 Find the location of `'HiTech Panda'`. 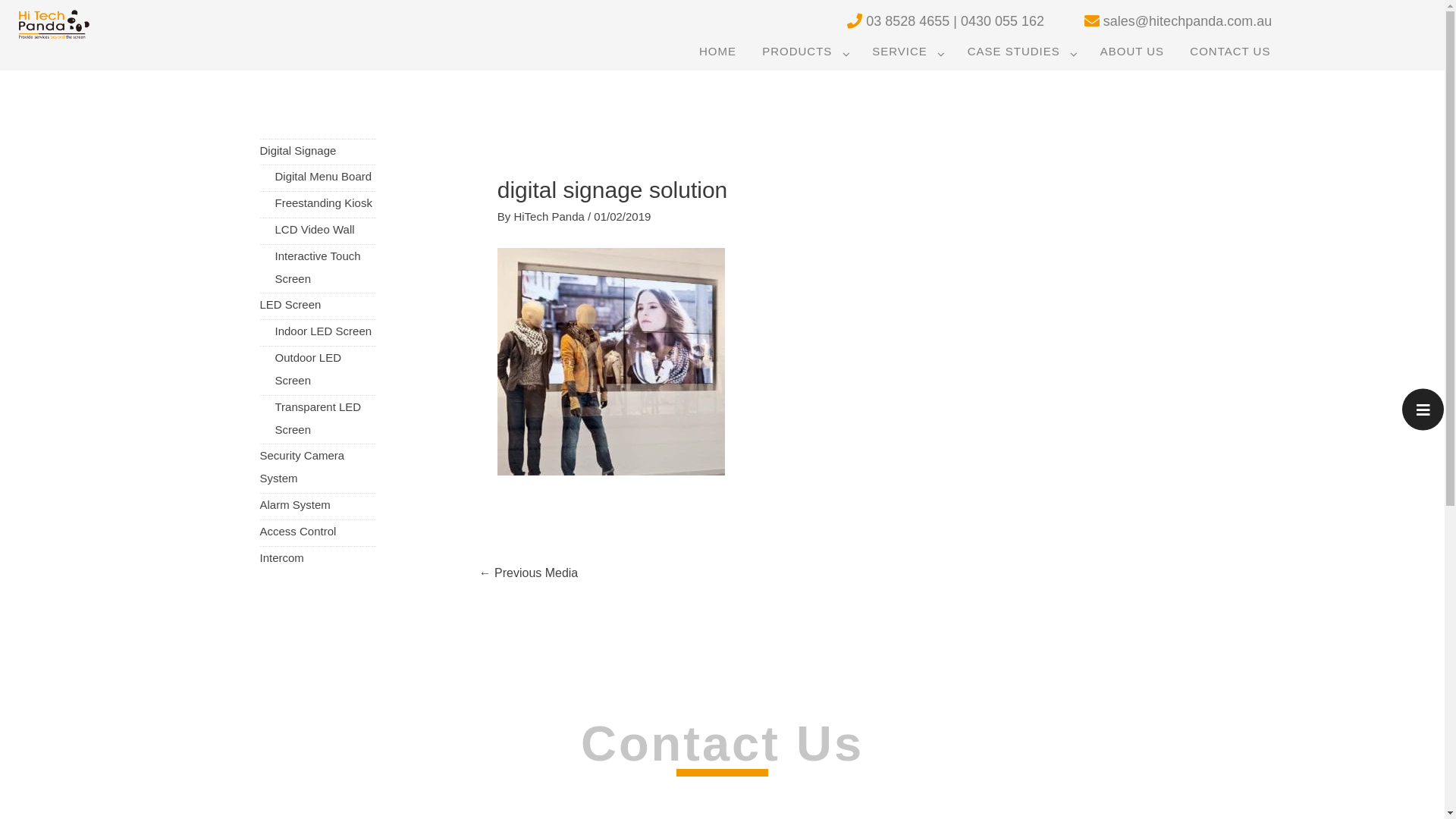

'HiTech Panda' is located at coordinates (549, 216).